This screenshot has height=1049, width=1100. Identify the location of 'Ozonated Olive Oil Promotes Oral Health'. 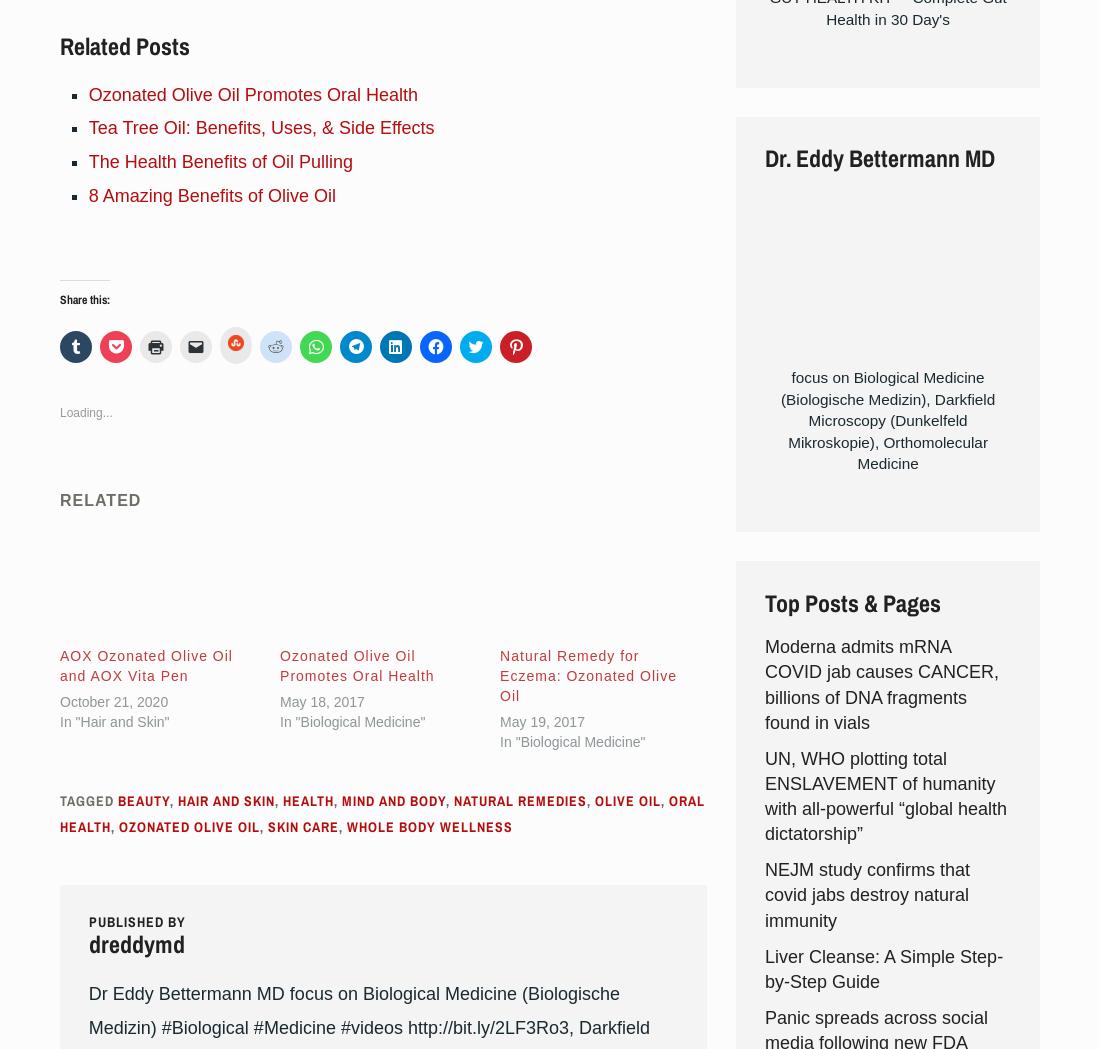
(252, 92).